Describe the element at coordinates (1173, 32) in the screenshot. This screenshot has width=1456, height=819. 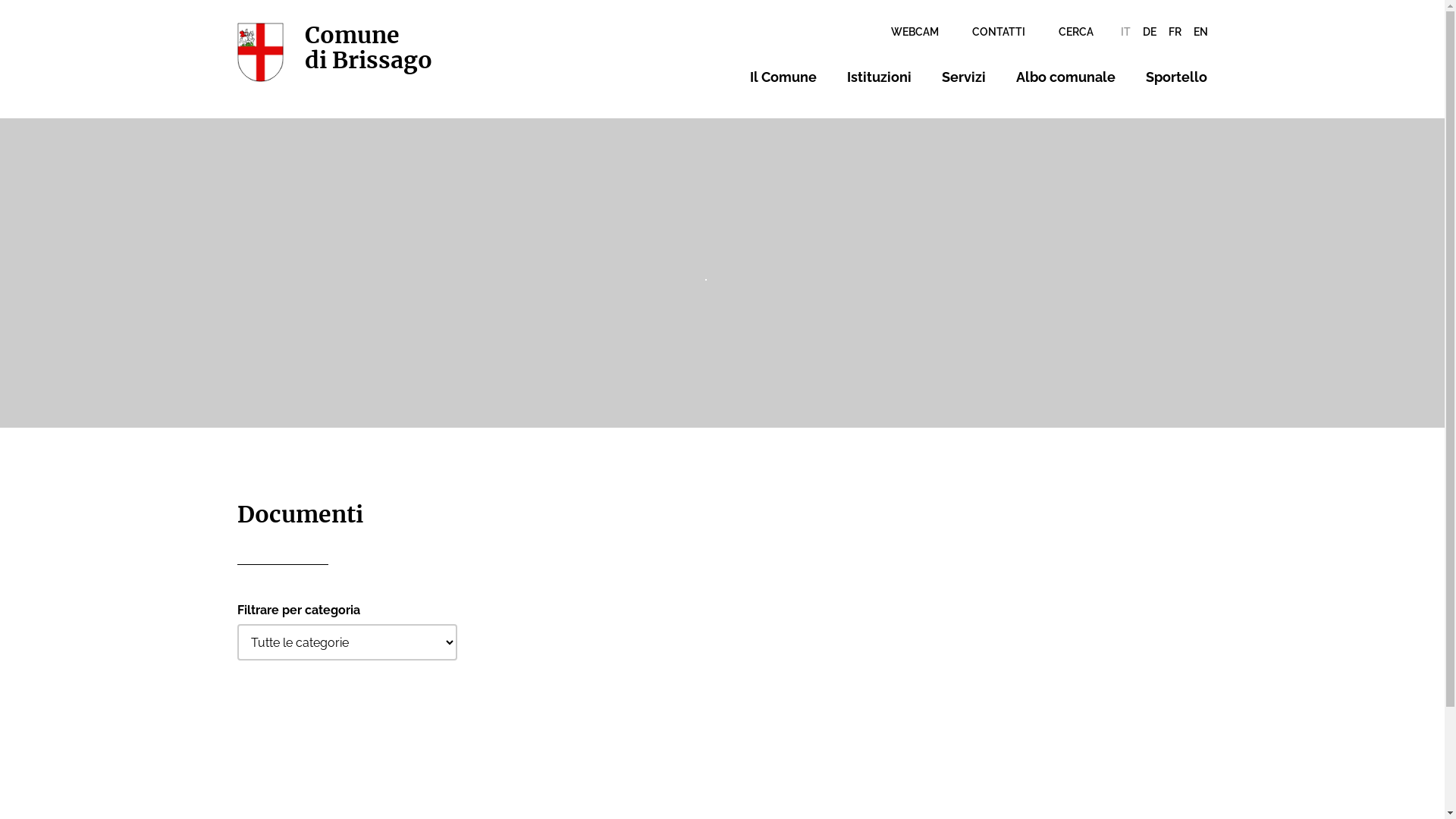
I see `'FR'` at that location.